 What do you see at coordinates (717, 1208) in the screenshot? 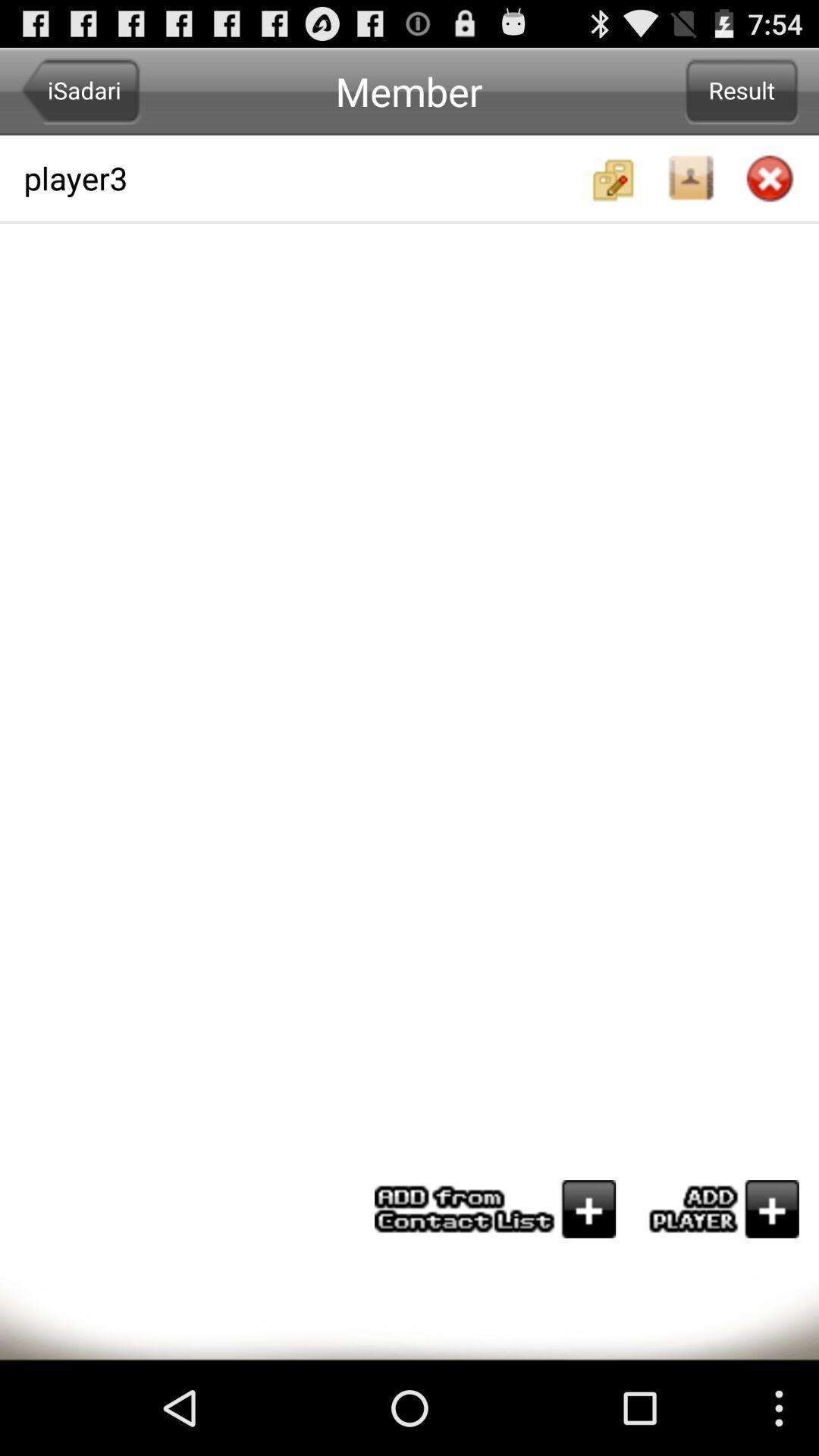
I see `player` at bounding box center [717, 1208].